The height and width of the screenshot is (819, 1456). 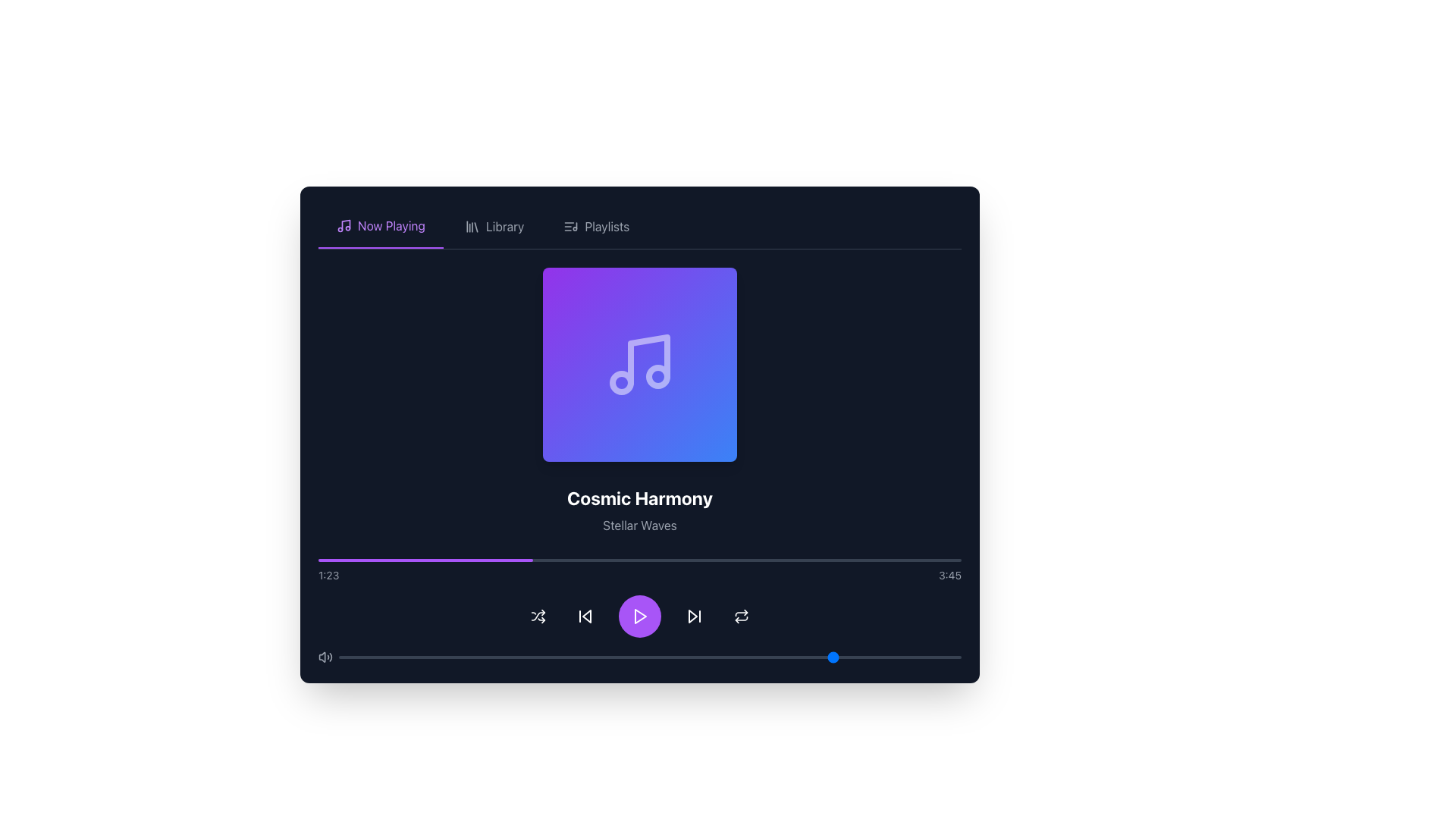 I want to click on the music note icon with a purple outline located at the far left of the top navigation bar, preceding the text 'Now Playing', so click(x=344, y=225).